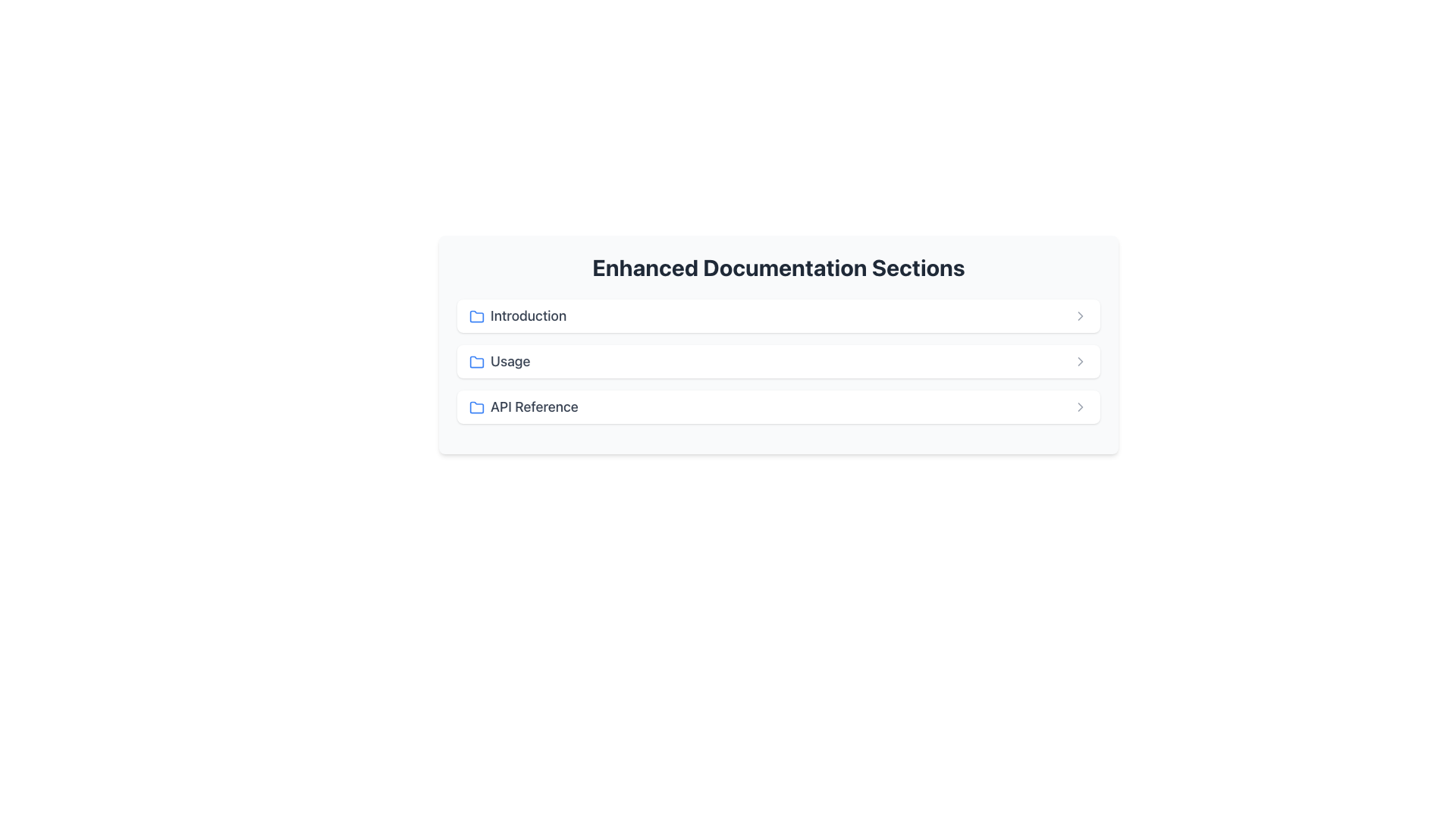 The image size is (1456, 819). What do you see at coordinates (475, 362) in the screenshot?
I see `the blue folder icon located beside the text 'Usage'` at bounding box center [475, 362].